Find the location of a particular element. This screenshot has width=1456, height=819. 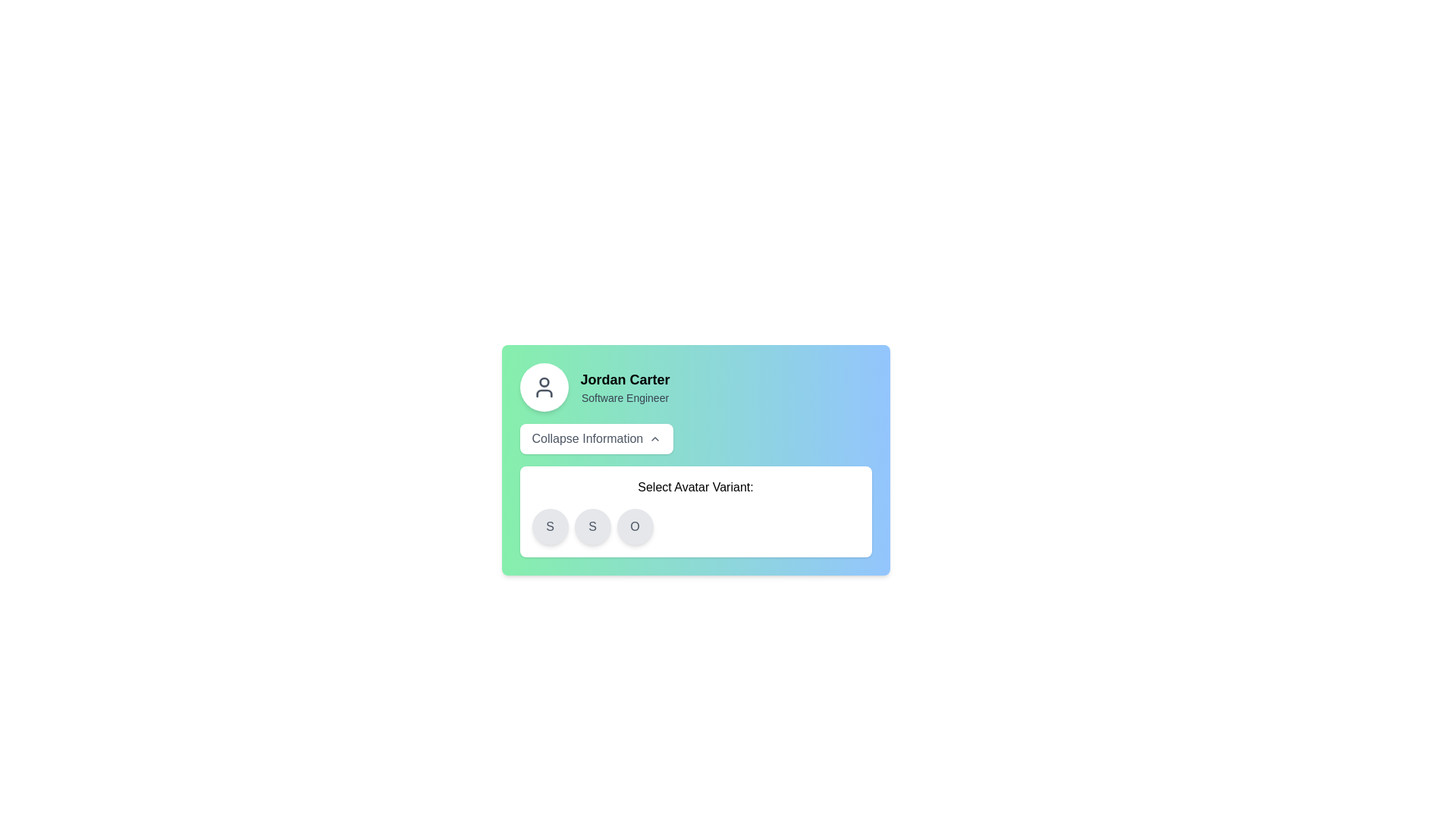

the circular button with a gray background and the uppercase letter 'S' in the center is located at coordinates (549, 526).